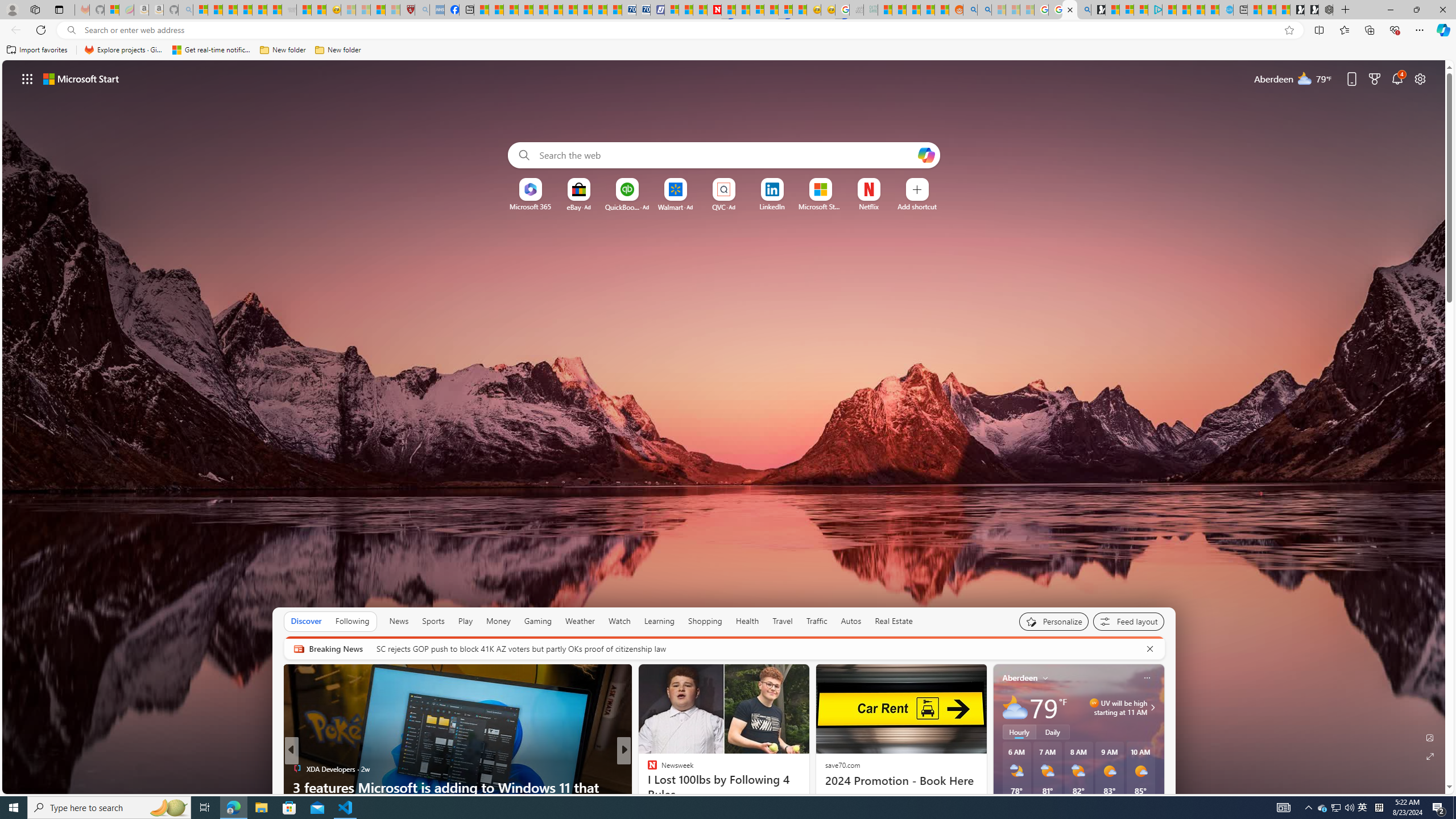  Describe the element at coordinates (705, 621) in the screenshot. I see `'Shopping'` at that location.